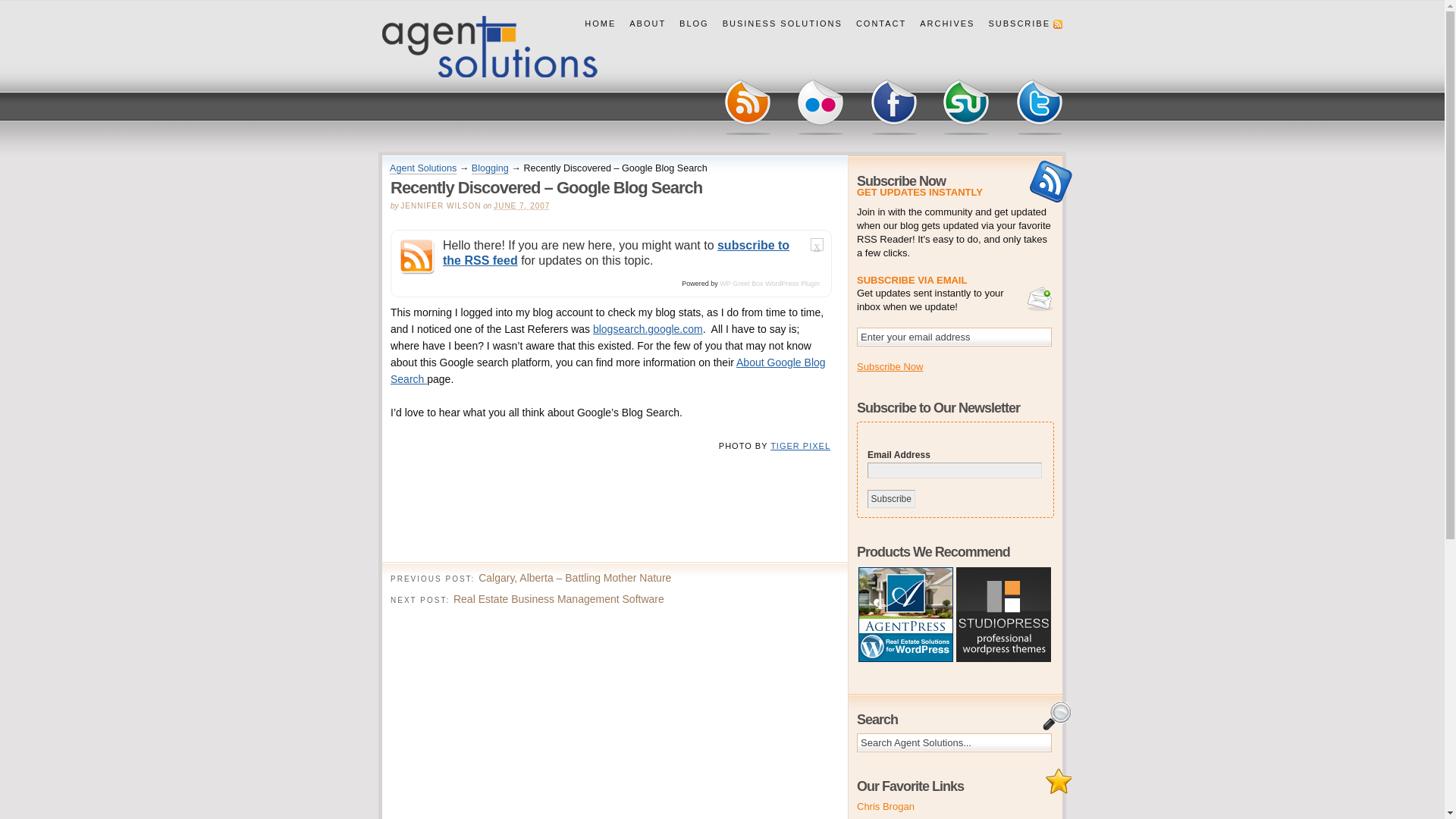  Describe the element at coordinates (885, 805) in the screenshot. I see `'Chris Brogan'` at that location.